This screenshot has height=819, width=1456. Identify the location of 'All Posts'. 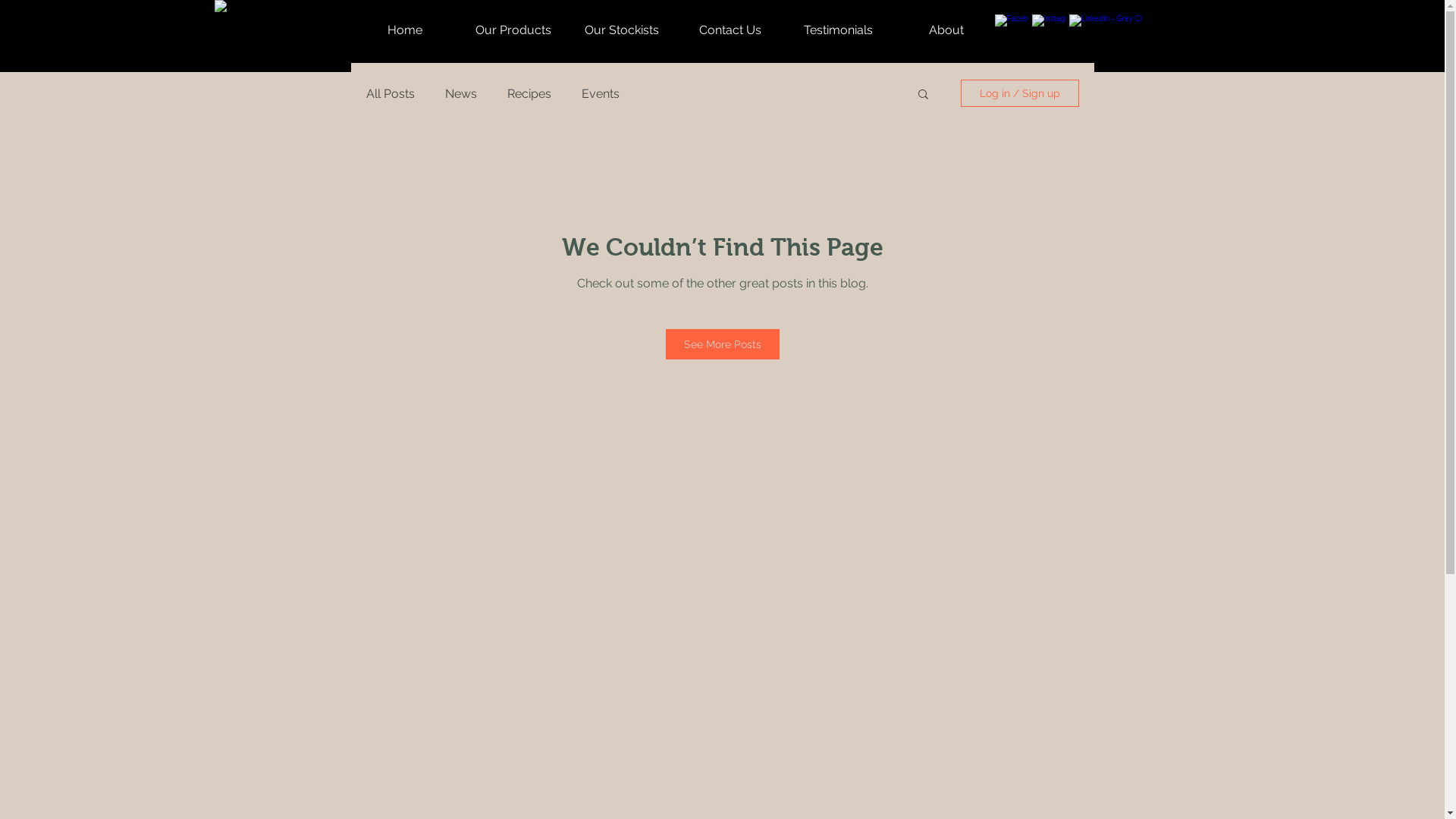
(389, 93).